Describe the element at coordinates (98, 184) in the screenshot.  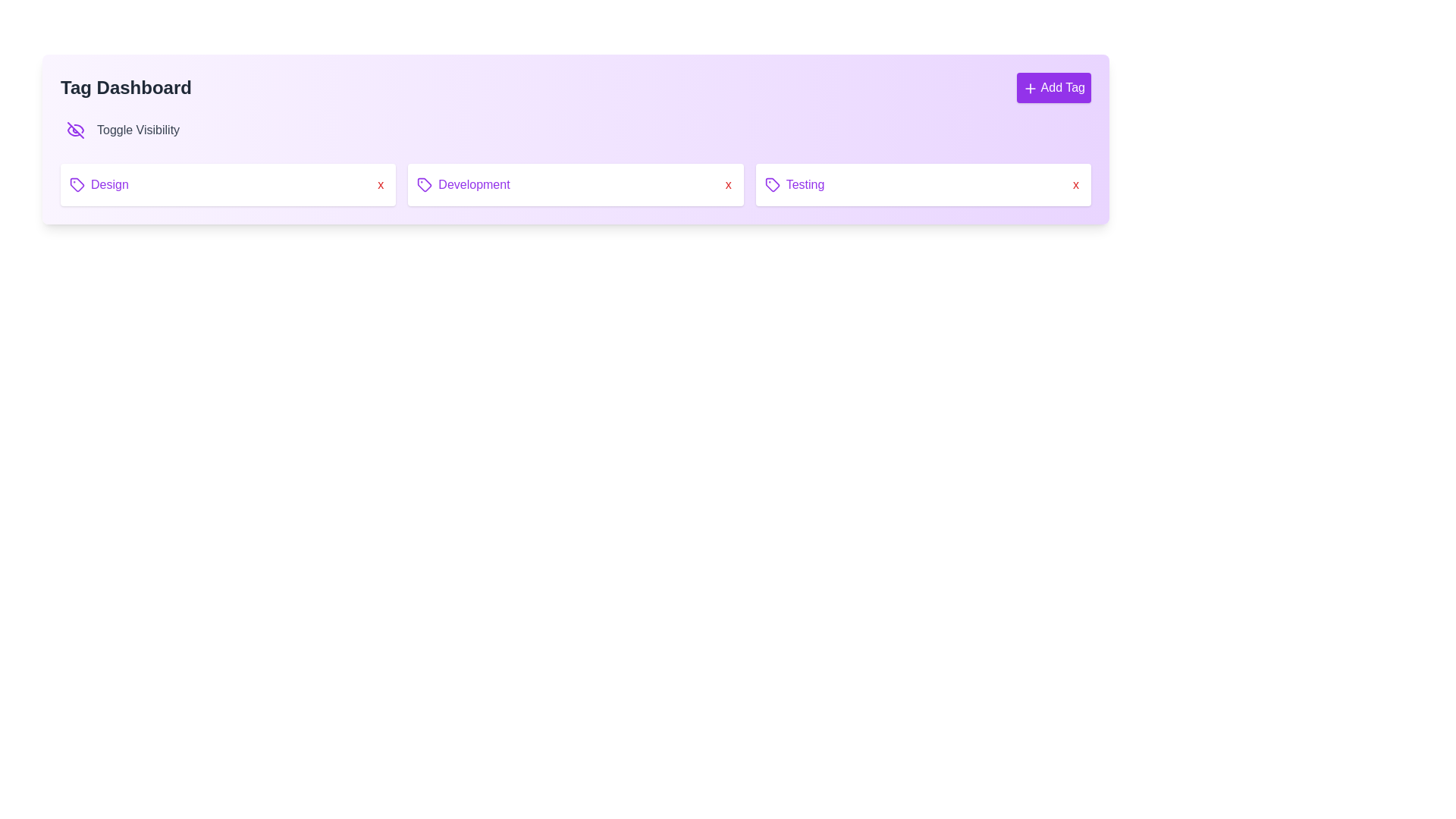
I see `the 'Design' Text Label with Icon` at that location.